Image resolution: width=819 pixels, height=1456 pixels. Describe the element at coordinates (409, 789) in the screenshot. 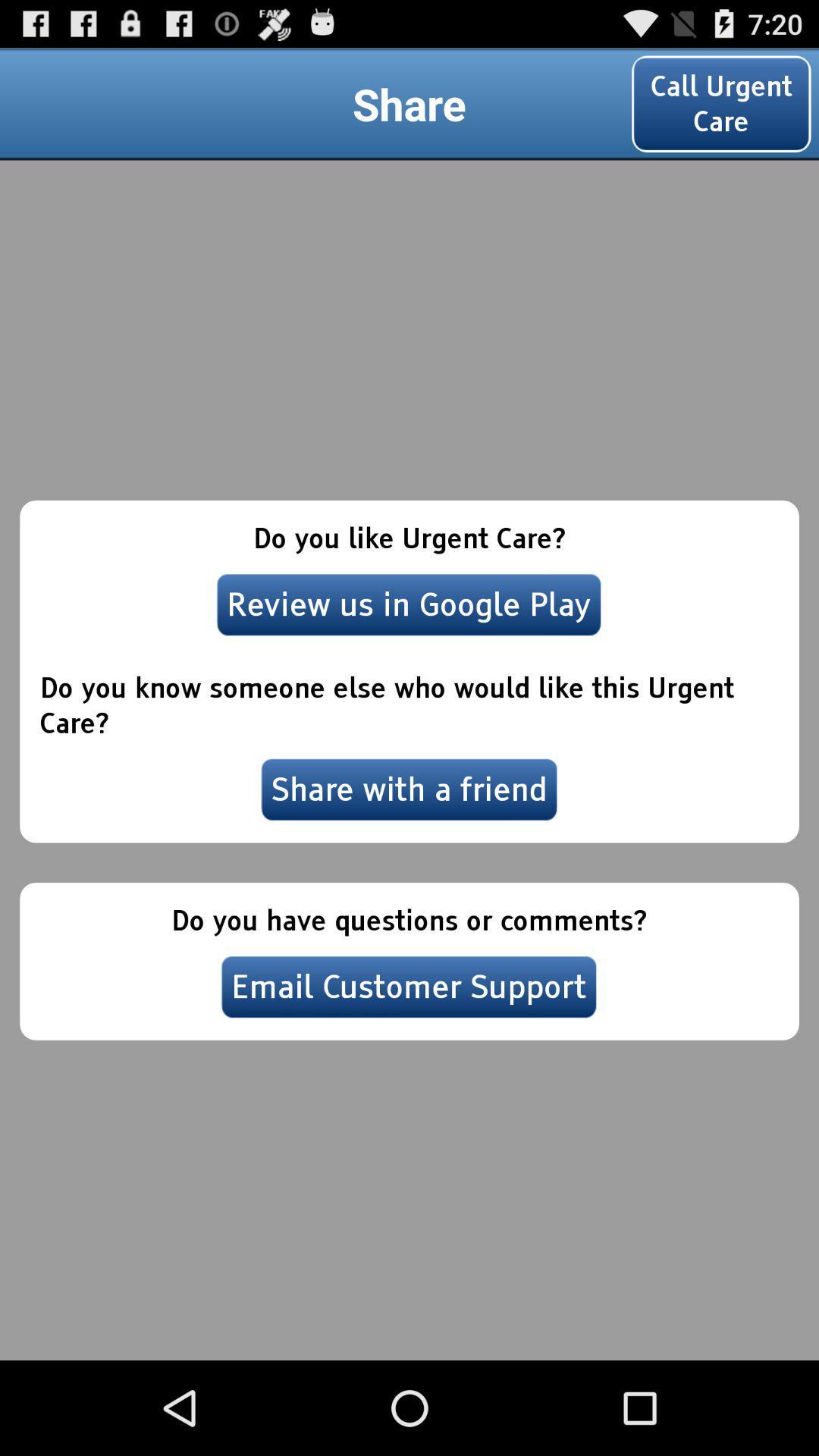

I see `the icon above the do you have icon` at that location.